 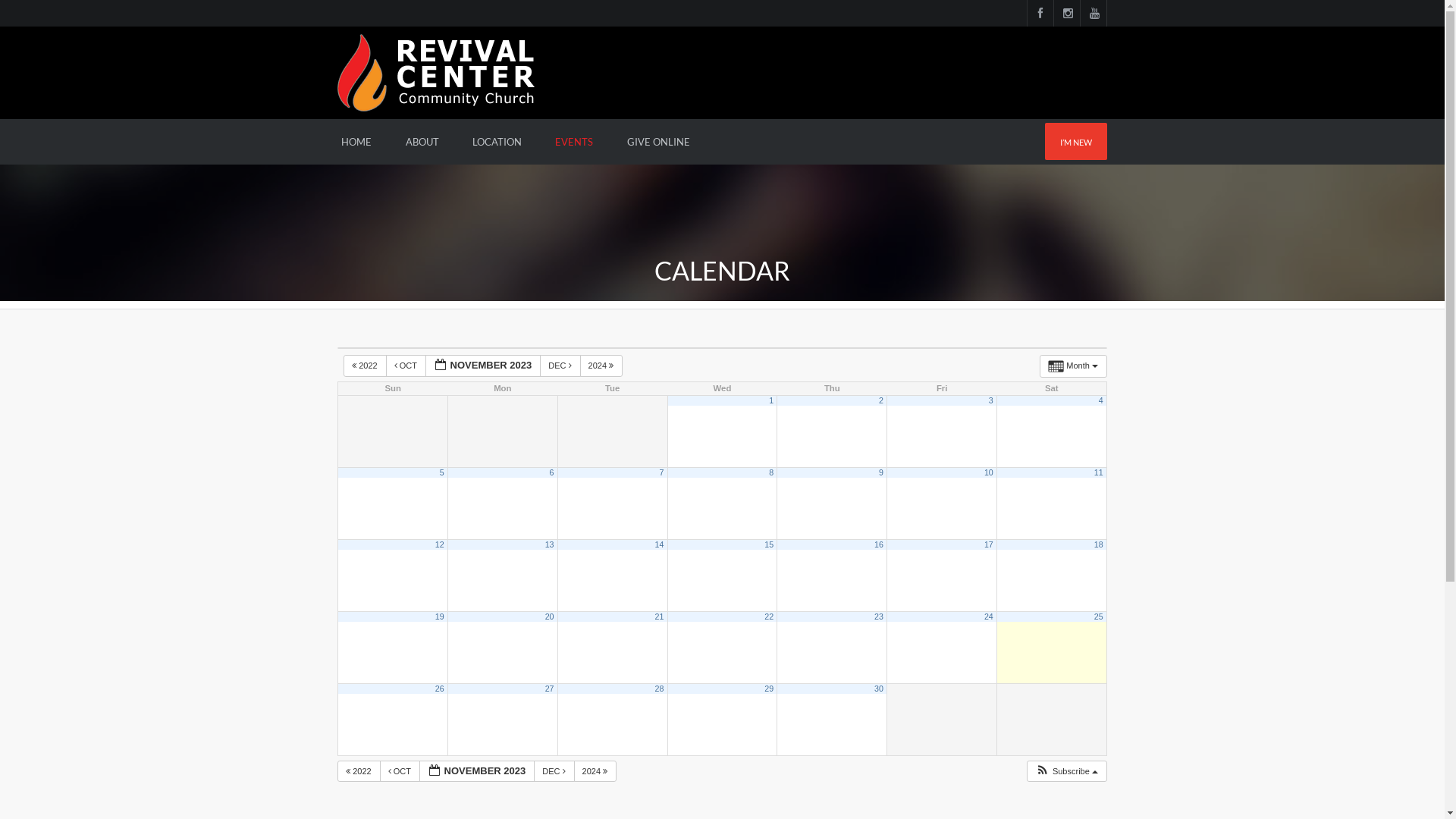 I want to click on 'Month', so click(x=1072, y=366).